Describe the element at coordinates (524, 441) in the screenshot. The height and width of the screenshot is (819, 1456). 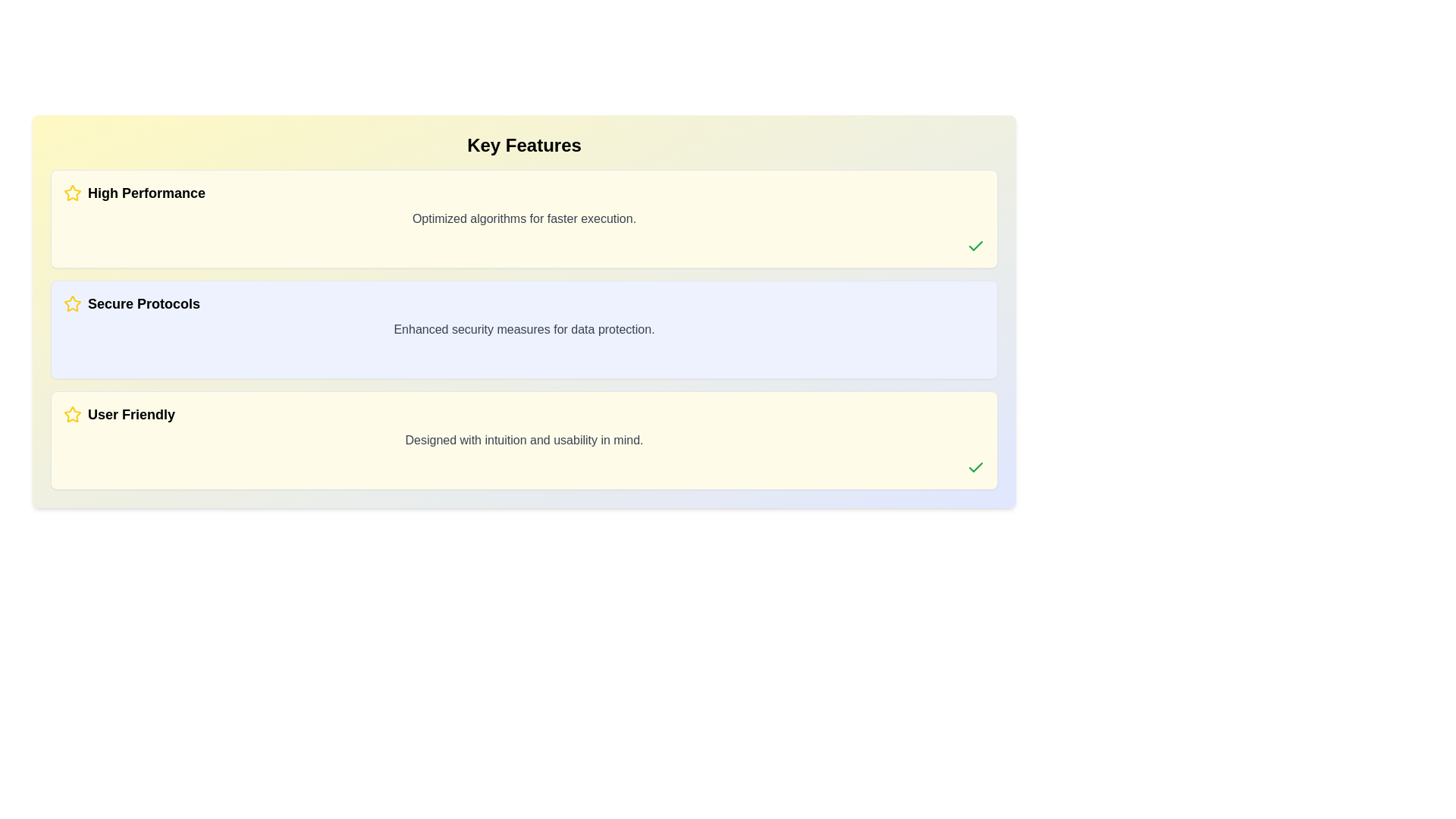
I see `the feature card corresponding to User Friendly` at that location.